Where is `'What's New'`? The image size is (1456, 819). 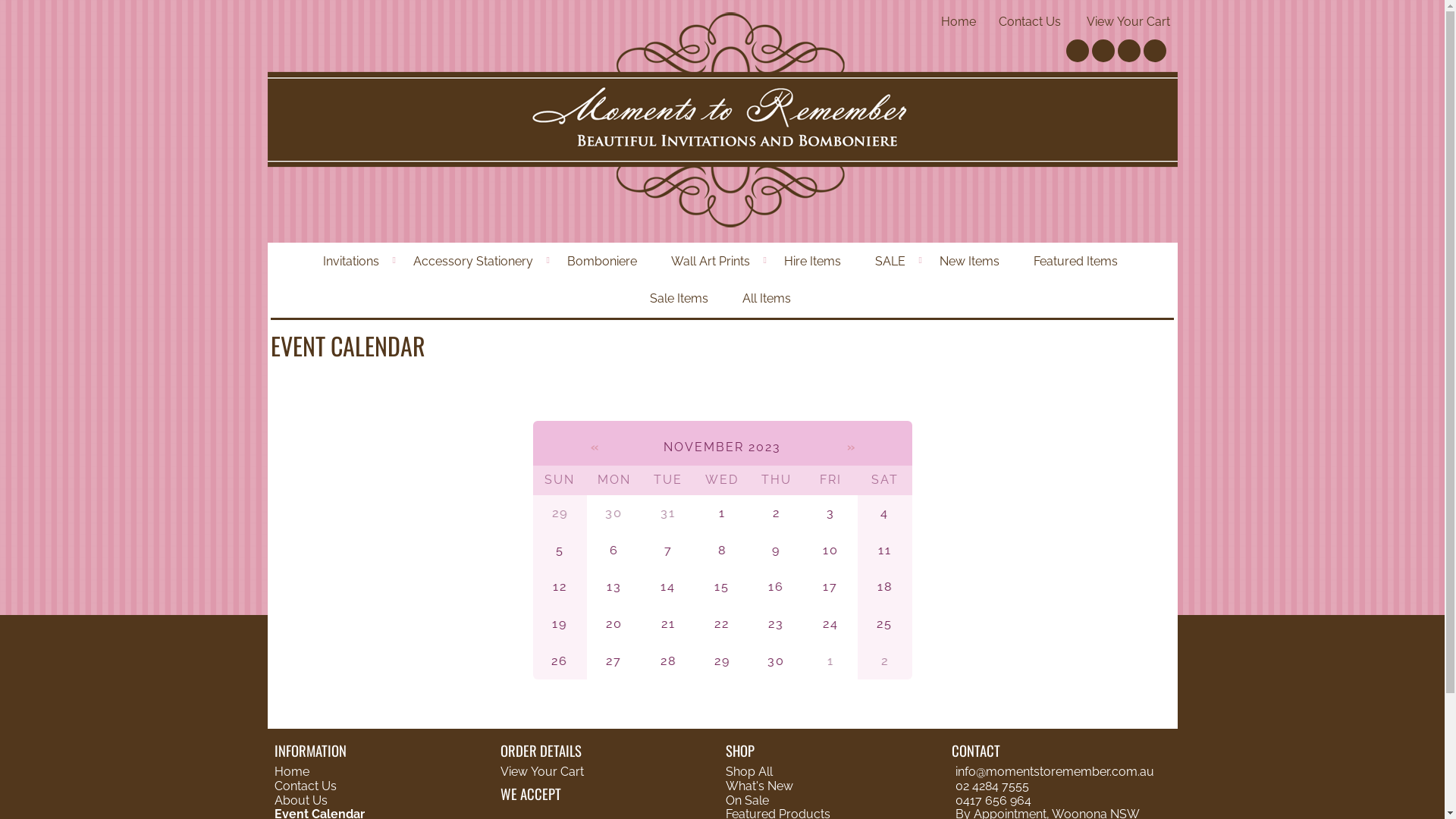
'What's New' is located at coordinates (759, 785).